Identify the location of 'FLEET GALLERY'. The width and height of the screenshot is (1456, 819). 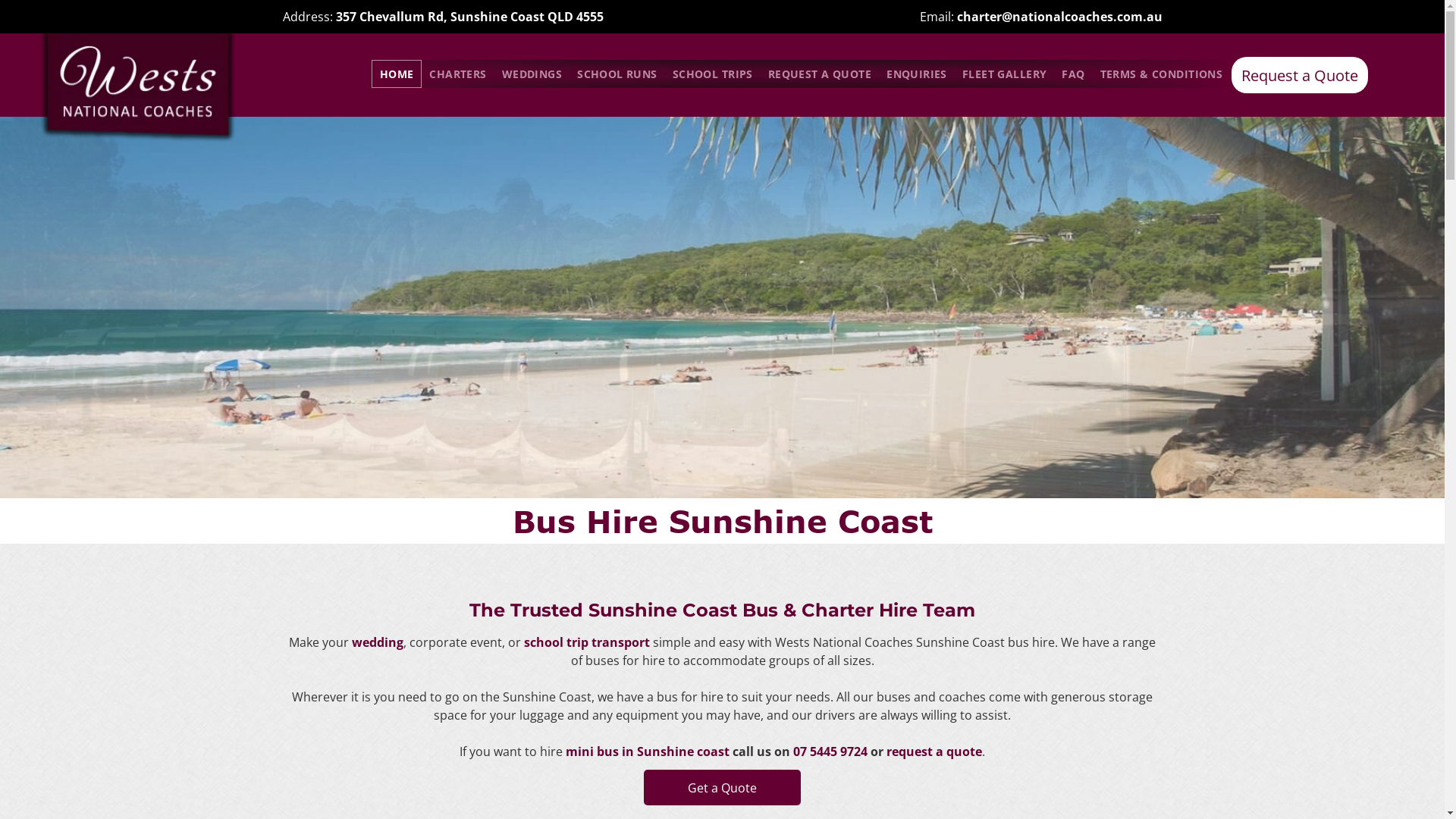
(1004, 74).